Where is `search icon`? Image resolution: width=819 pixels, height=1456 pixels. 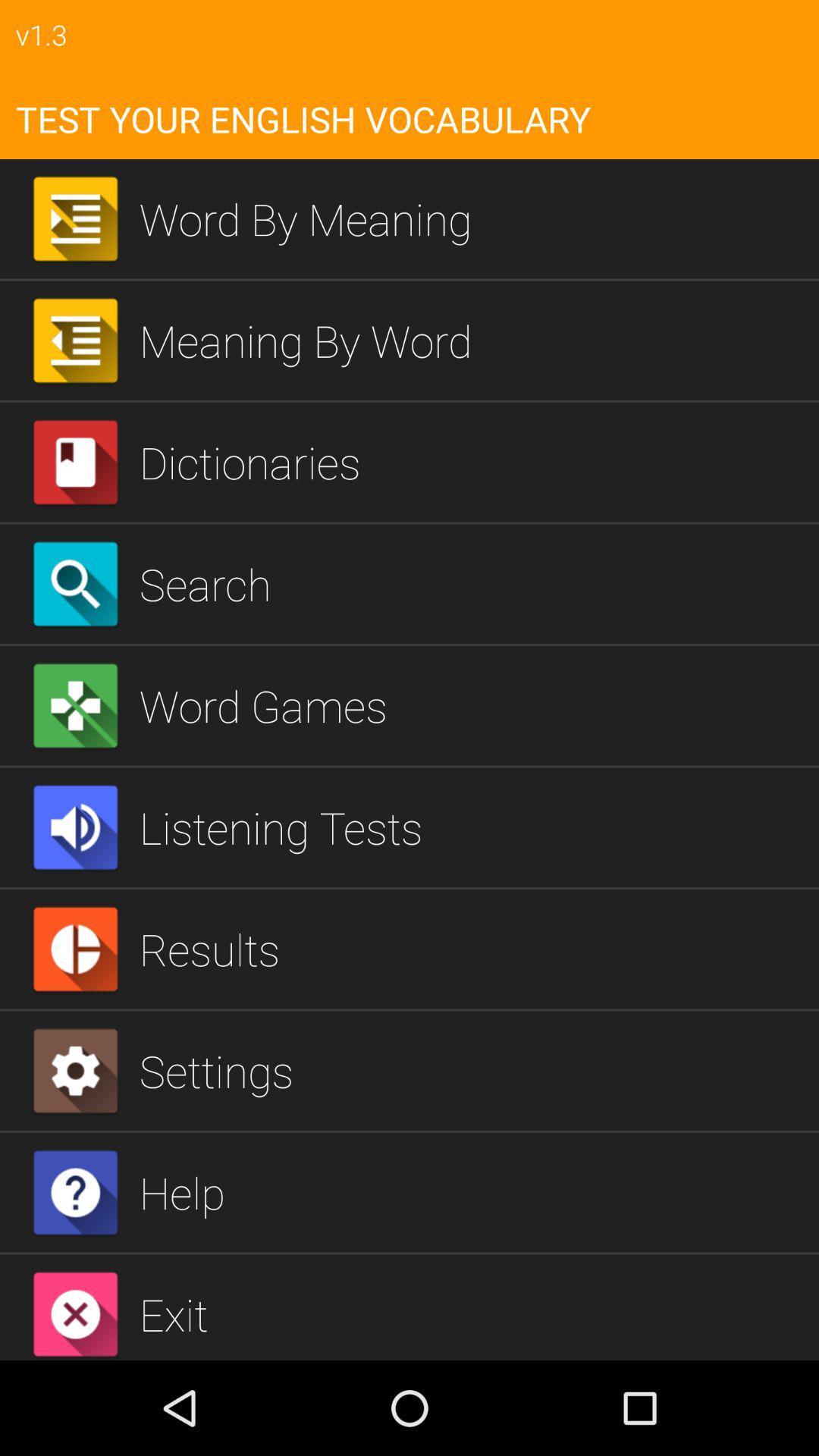
search icon is located at coordinates (472, 583).